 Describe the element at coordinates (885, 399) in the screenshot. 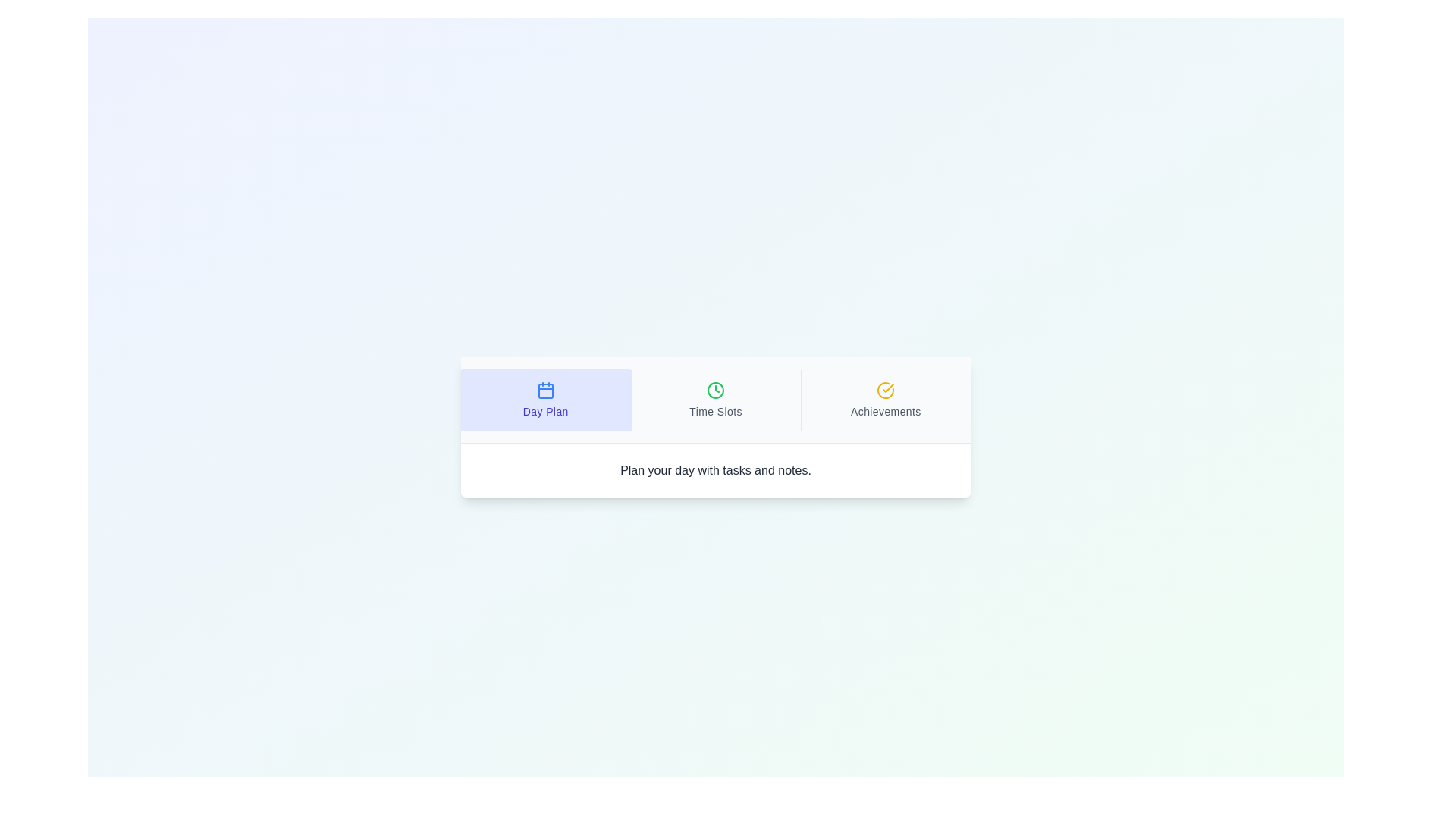

I see `the tab titled Achievements` at that location.